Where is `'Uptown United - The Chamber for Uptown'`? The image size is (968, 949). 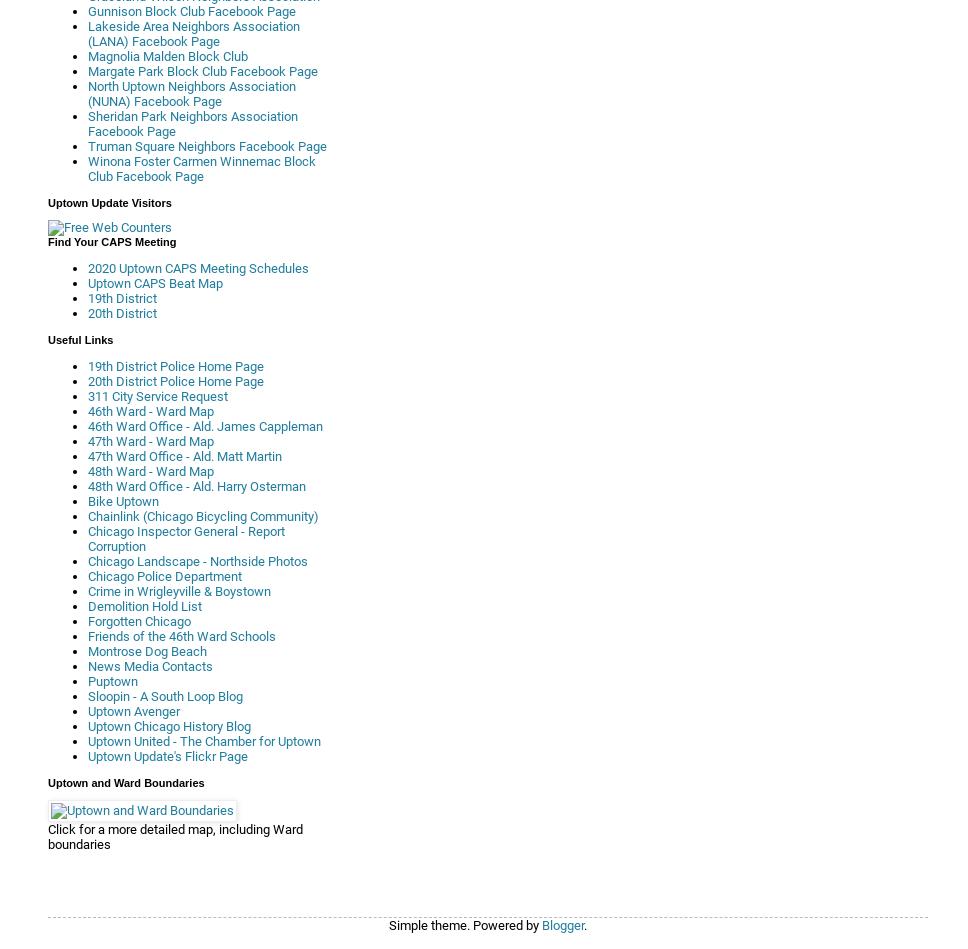 'Uptown United - The Chamber for Uptown' is located at coordinates (203, 741).